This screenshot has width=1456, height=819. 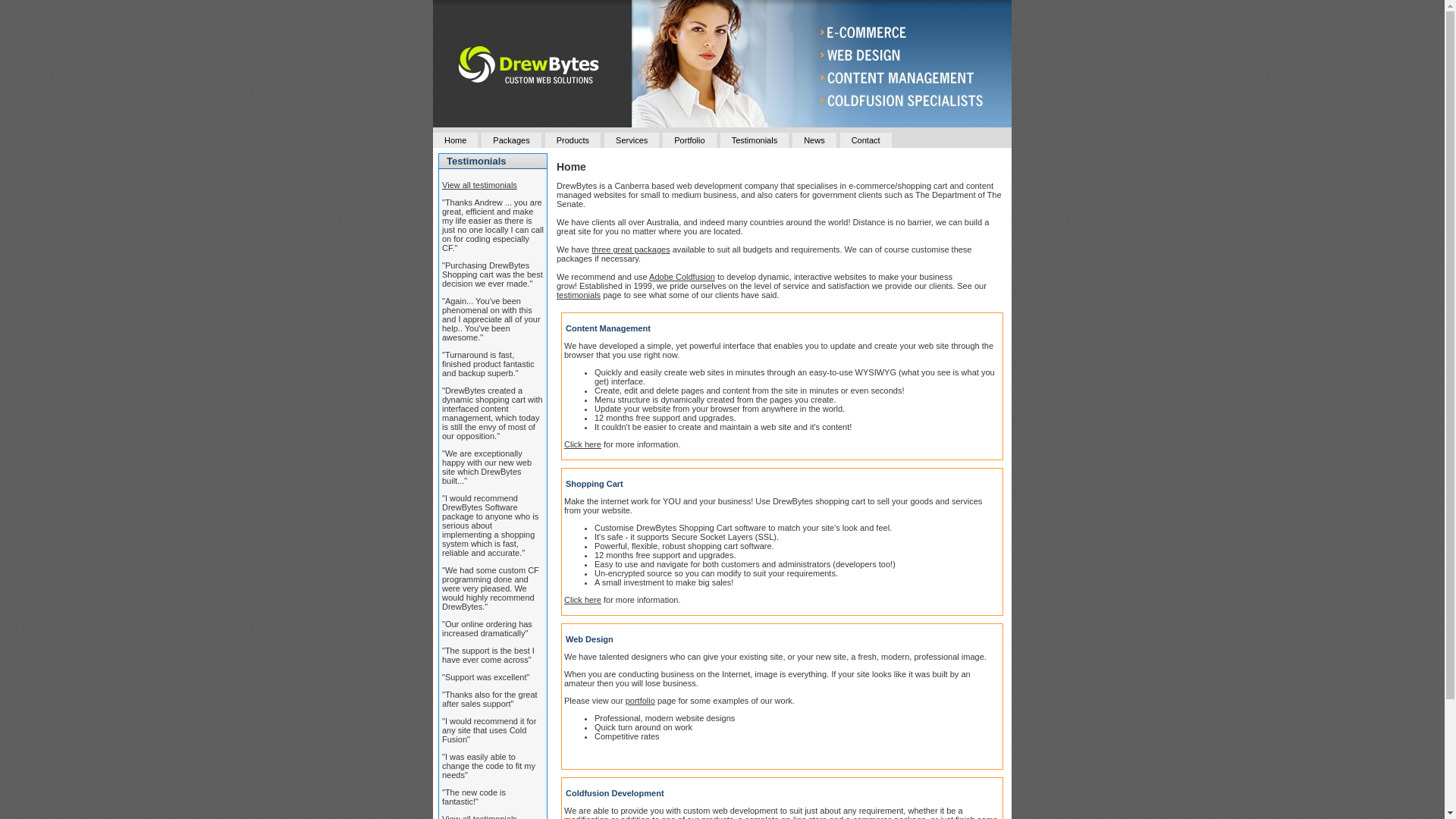 I want to click on 'Home', so click(x=454, y=140).